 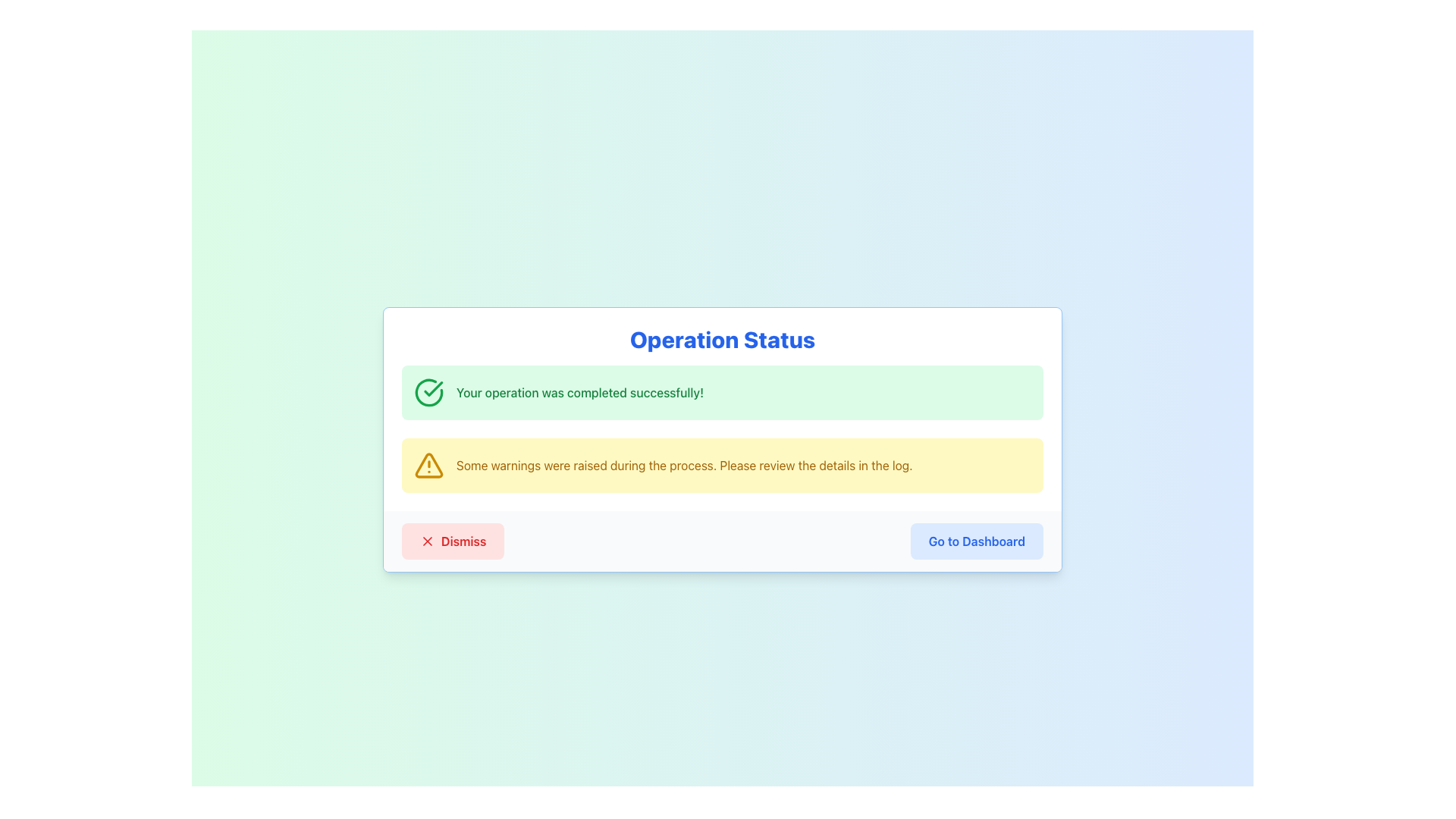 What do you see at coordinates (579, 391) in the screenshot?
I see `success message content displayed in the text area of the confirmation box located under the 'Operation Status' title, which is positioned to the right of a green check icon` at bounding box center [579, 391].